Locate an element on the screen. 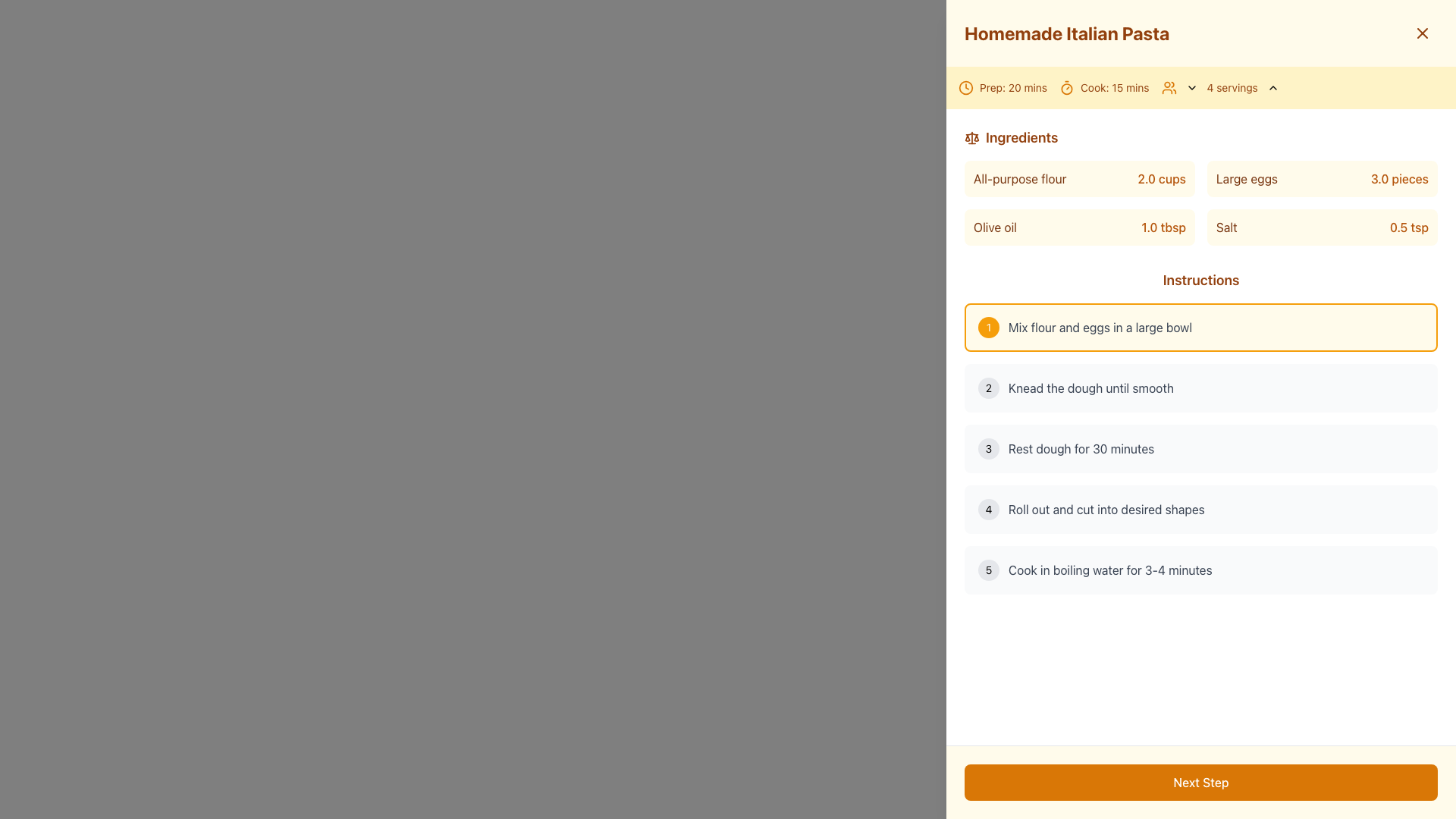 The image size is (1456, 819). the circular element within the 'Prep time' icon in the top right corner of the layout is located at coordinates (965, 87).